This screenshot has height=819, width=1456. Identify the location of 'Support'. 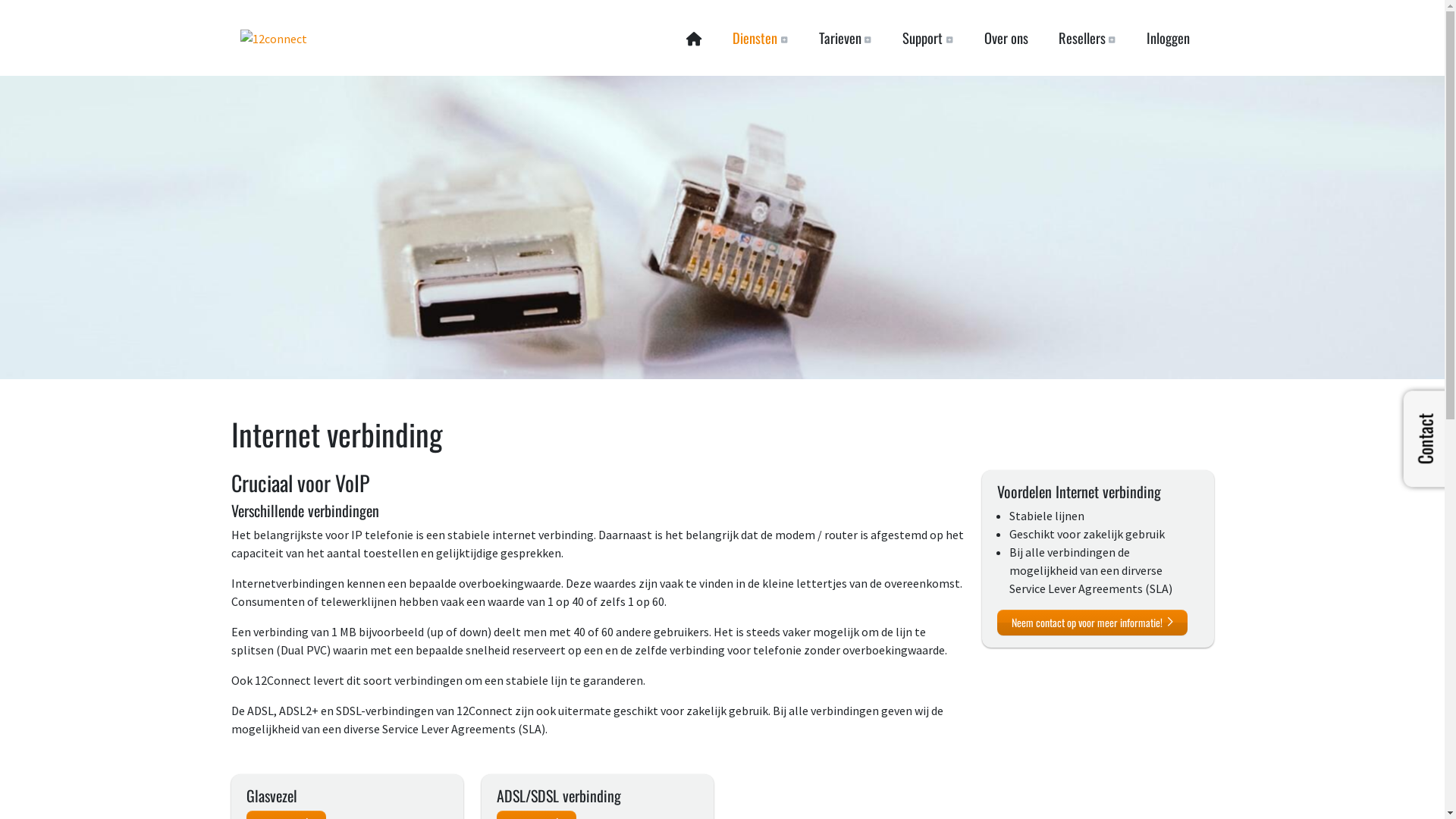
(927, 37).